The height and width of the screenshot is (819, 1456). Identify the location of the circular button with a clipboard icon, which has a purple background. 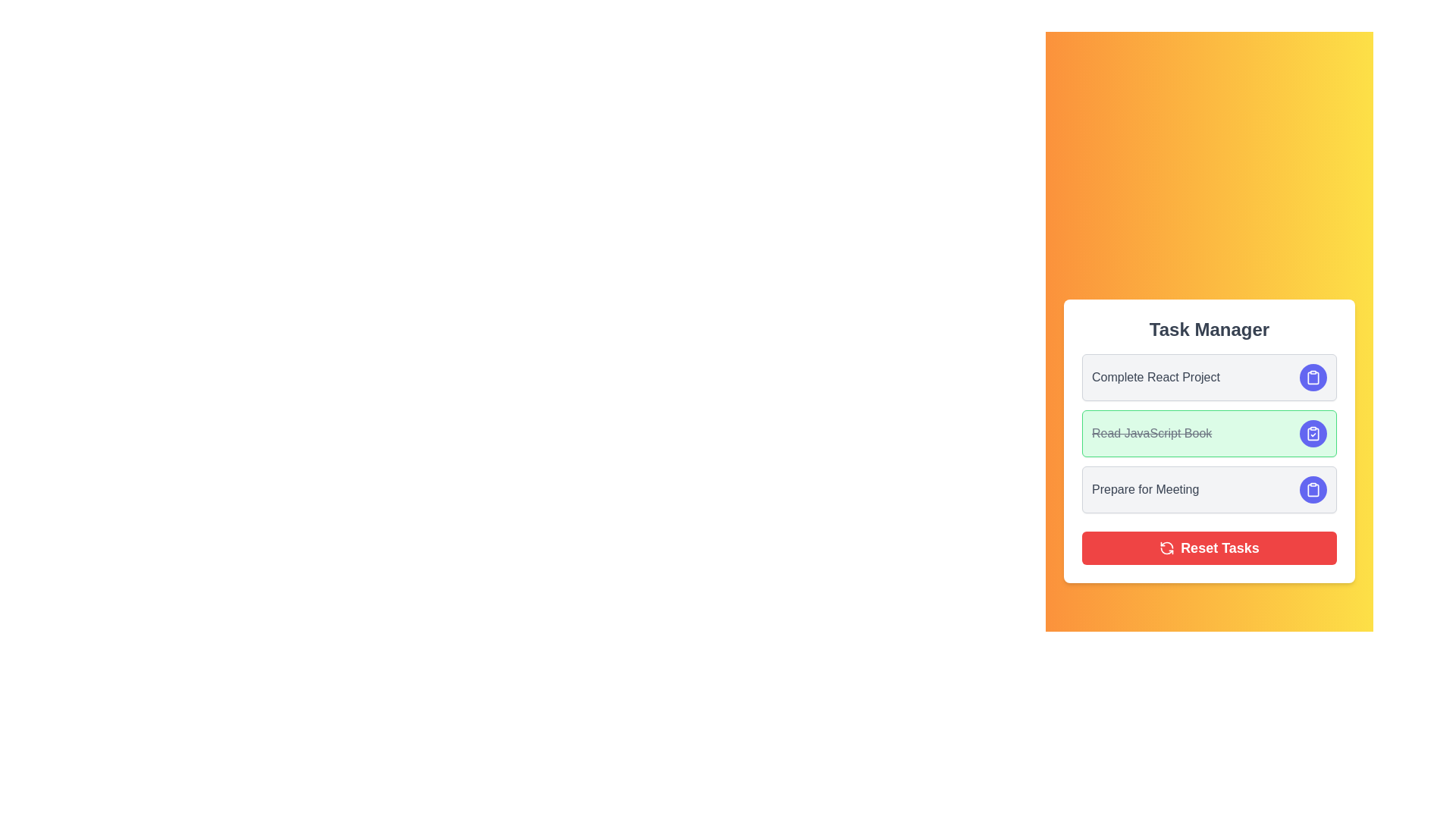
(1313, 489).